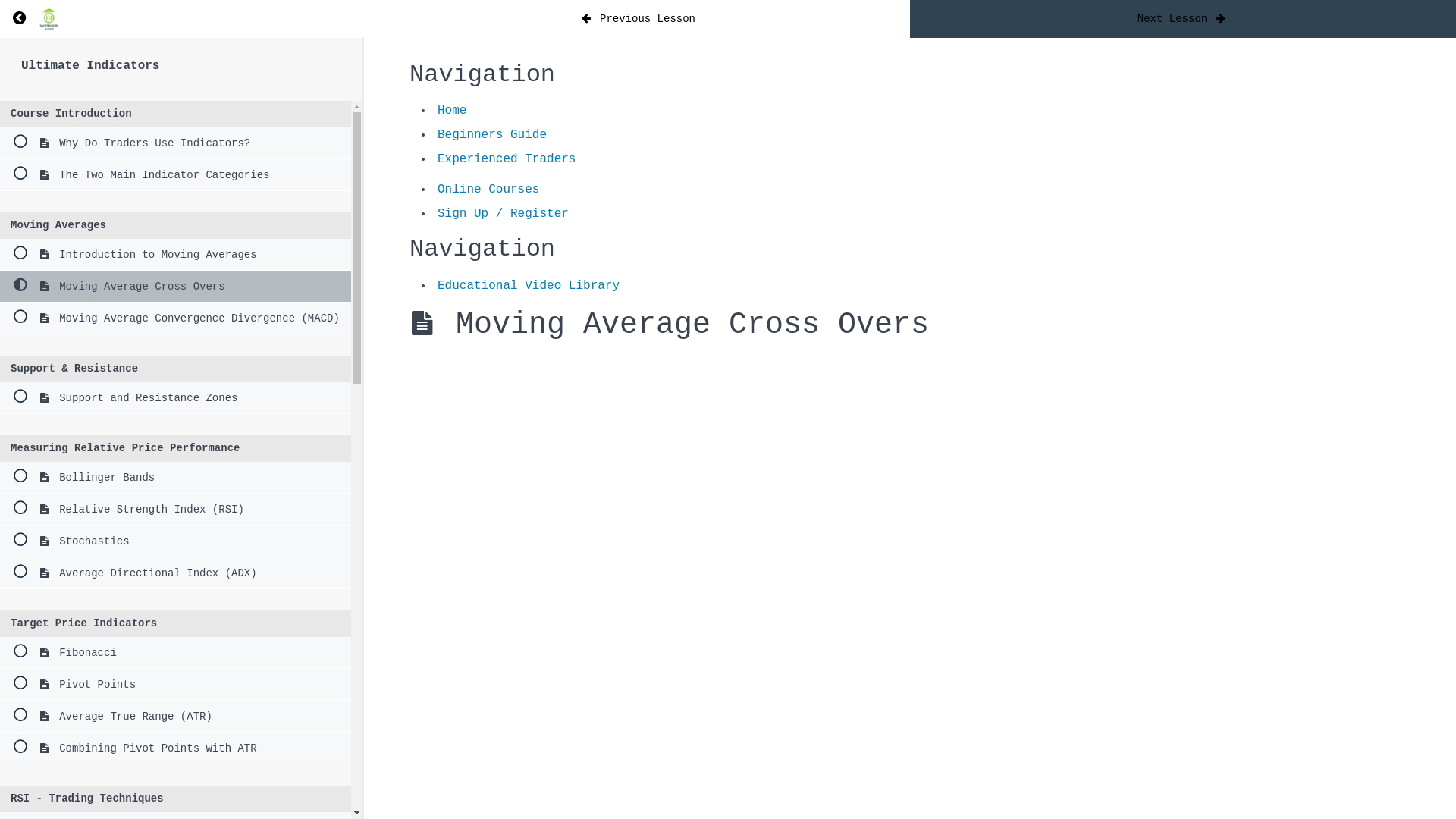 The height and width of the screenshot is (819, 1456). Describe the element at coordinates (488, 189) in the screenshot. I see `'Online Courses'` at that location.